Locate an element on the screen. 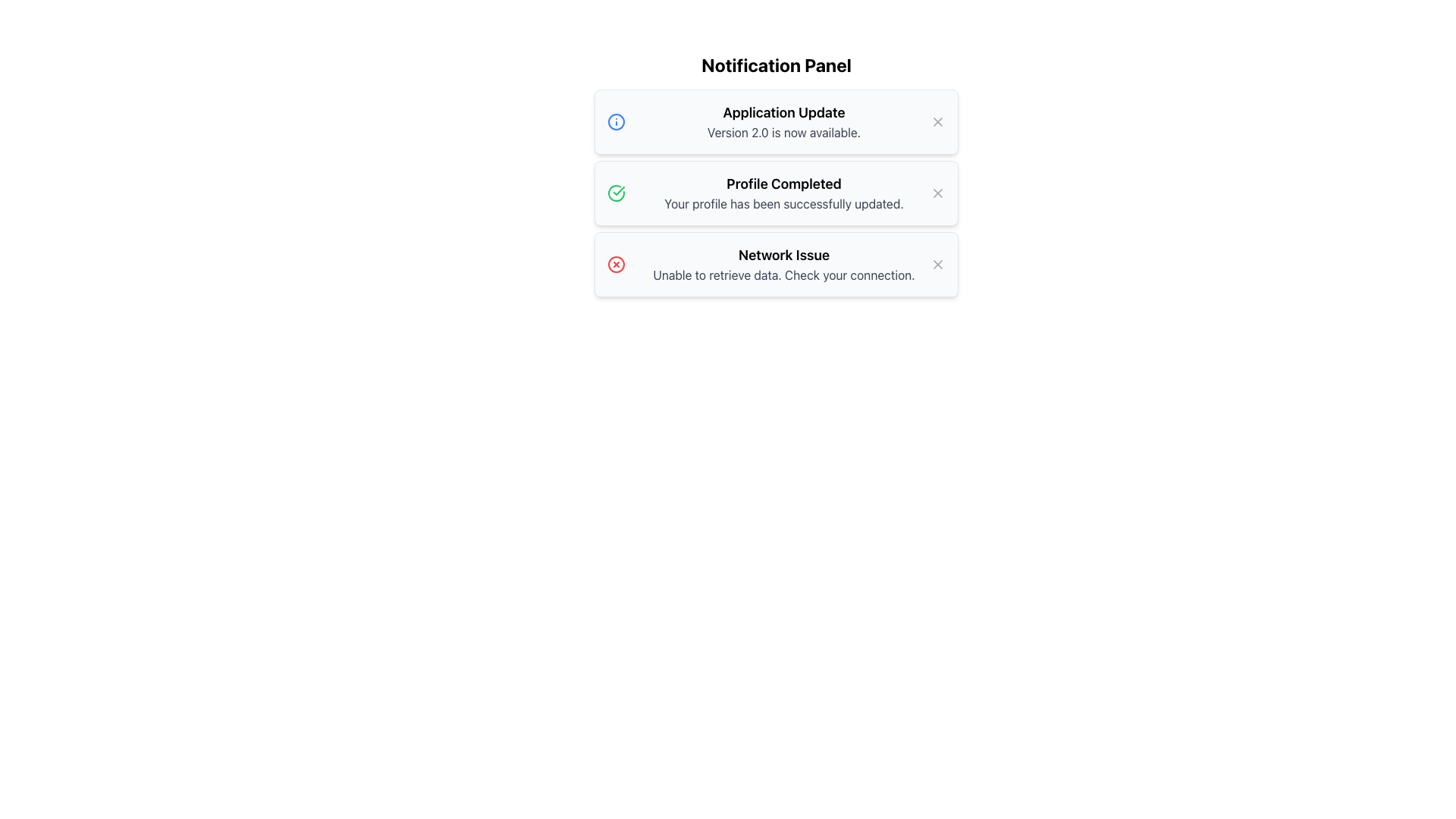 This screenshot has height=819, width=1456. the visual appearance of the close icon in the top-right corner of the 'Application Update' notification panel is located at coordinates (937, 121).